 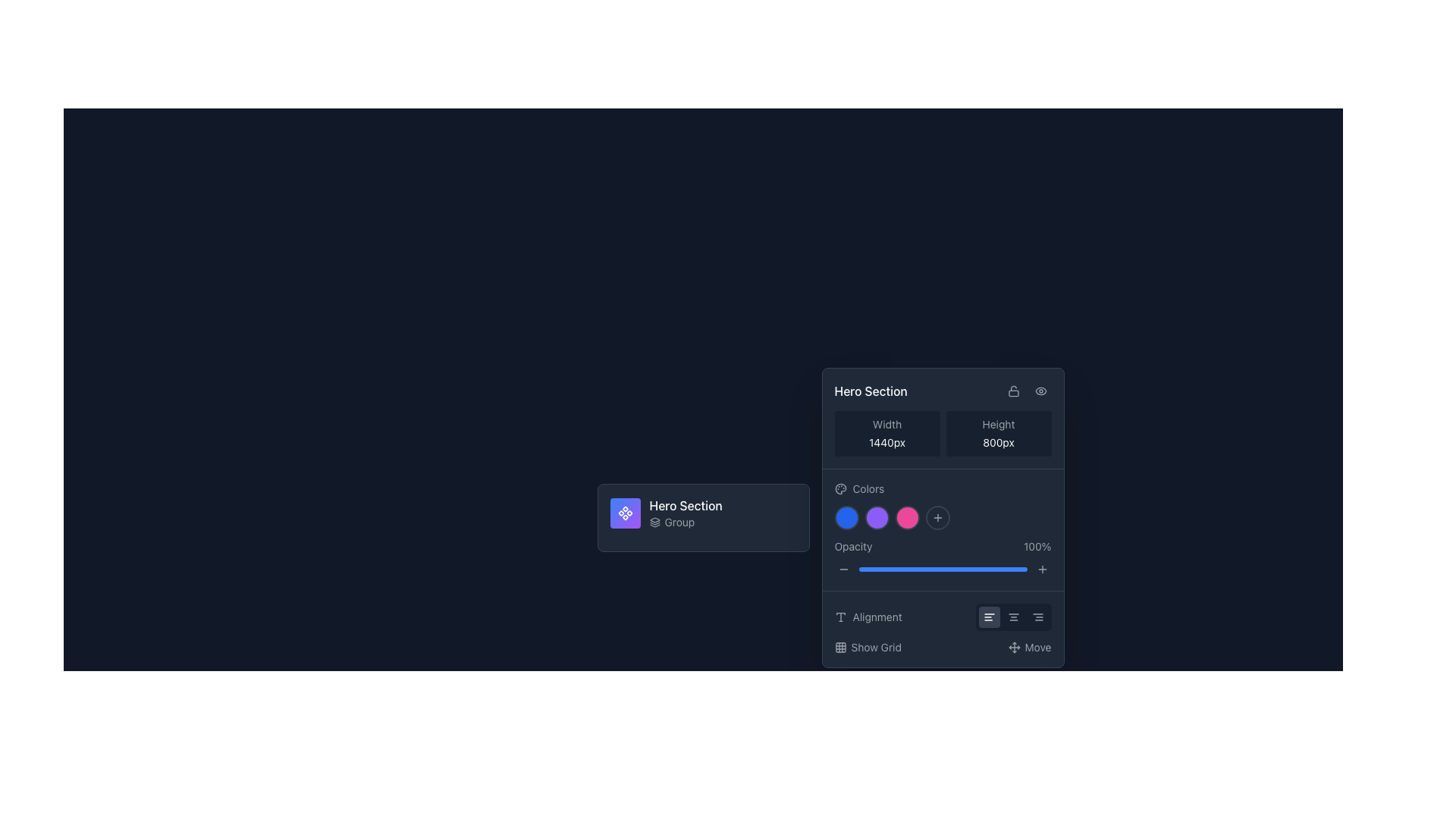 I want to click on the plus-shaped icon button located at the bottom-right of the visible section, so click(x=1041, y=570).